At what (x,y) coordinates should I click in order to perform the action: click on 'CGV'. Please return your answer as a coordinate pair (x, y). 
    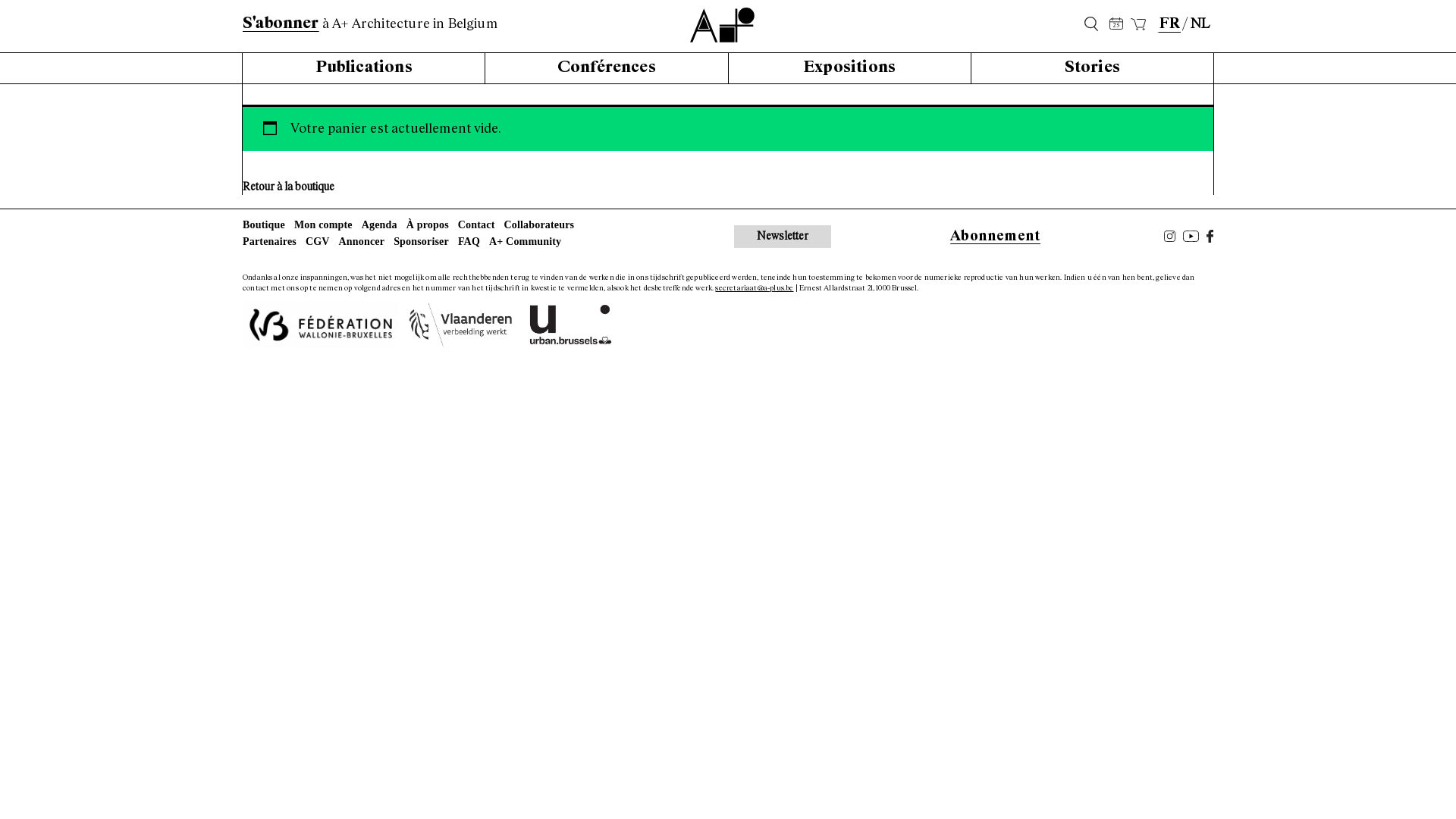
    Looking at the image, I should click on (316, 240).